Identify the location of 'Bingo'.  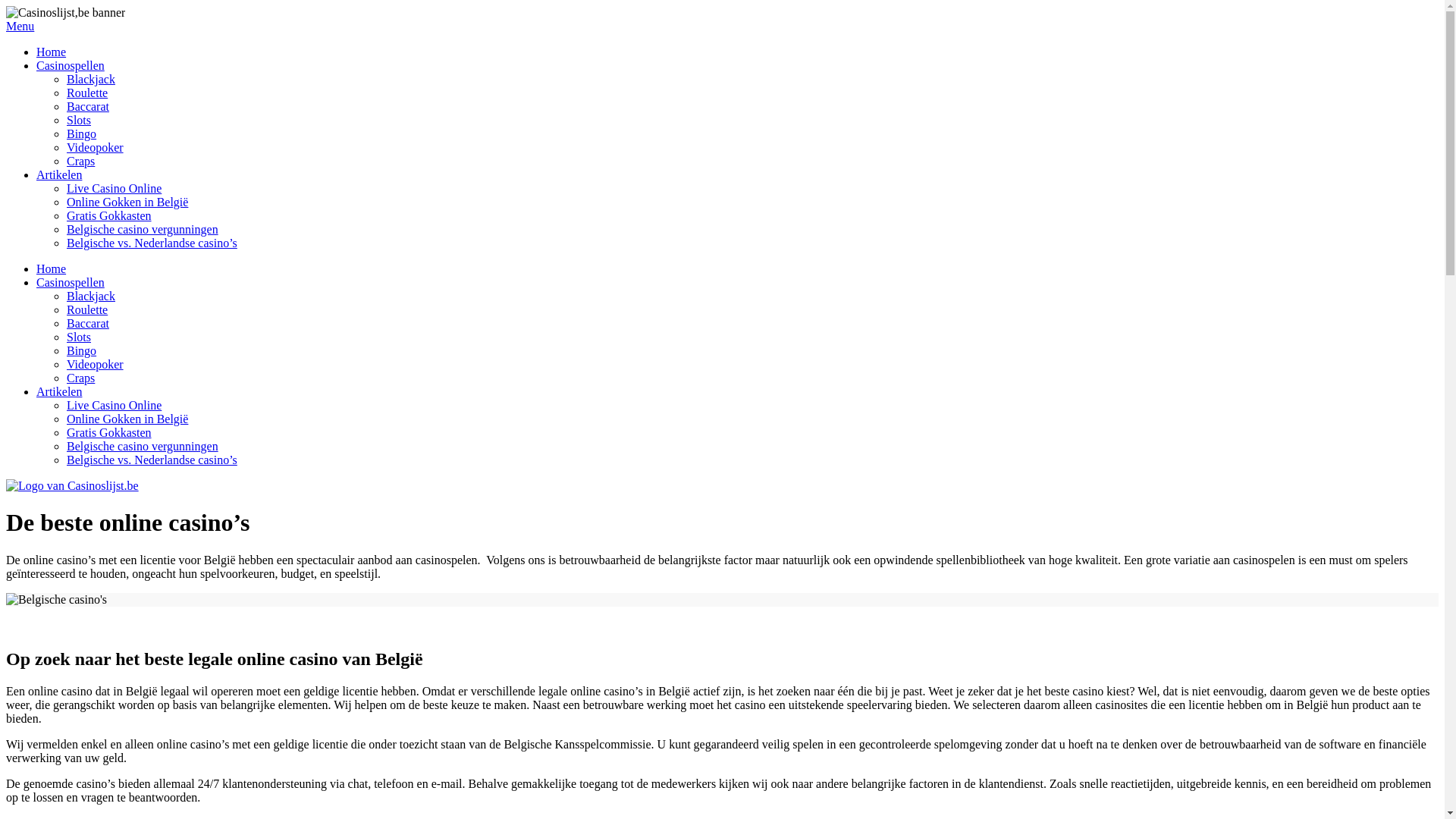
(80, 350).